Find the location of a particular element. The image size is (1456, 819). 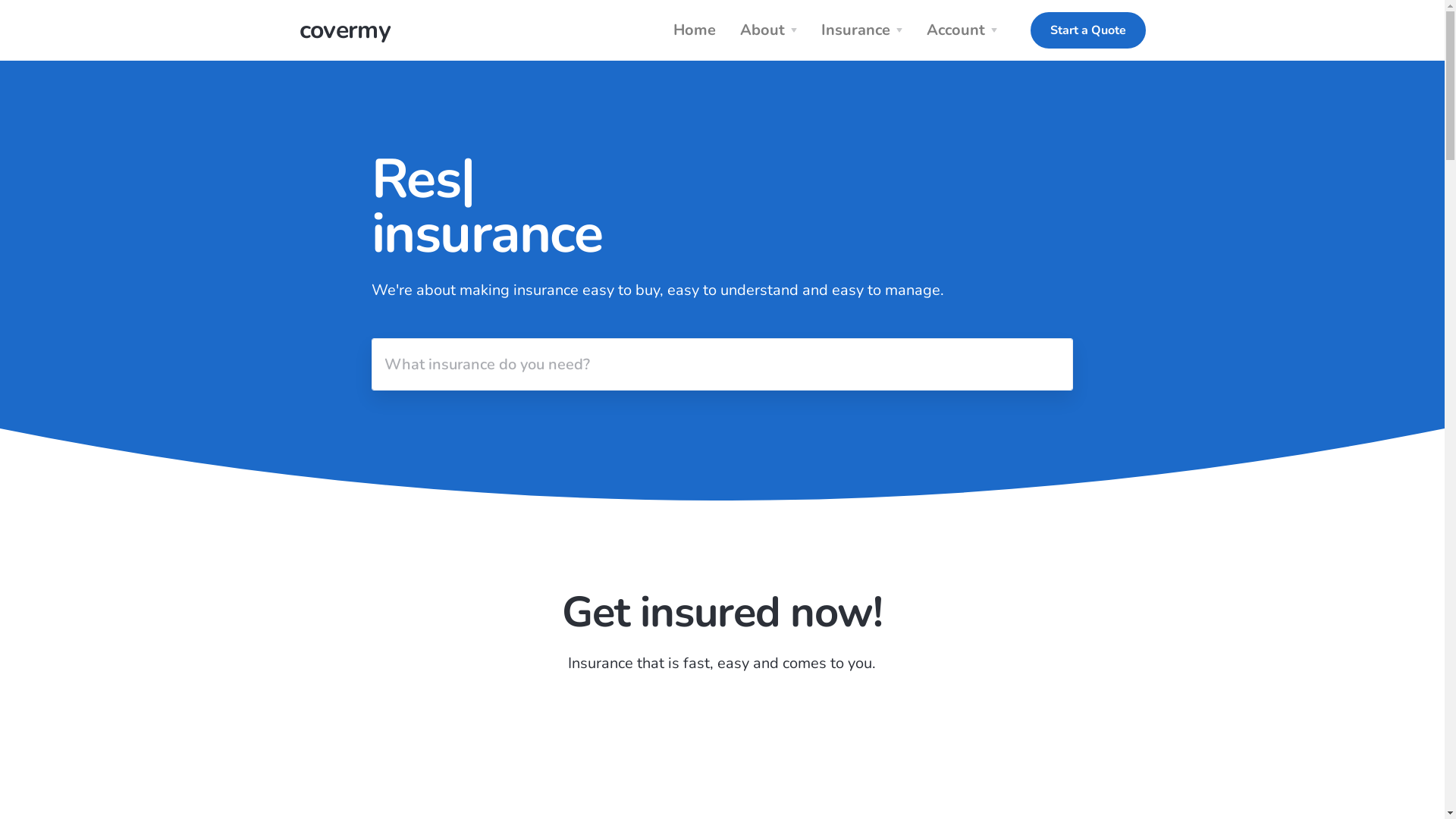

'Account' is located at coordinates (964, 30).